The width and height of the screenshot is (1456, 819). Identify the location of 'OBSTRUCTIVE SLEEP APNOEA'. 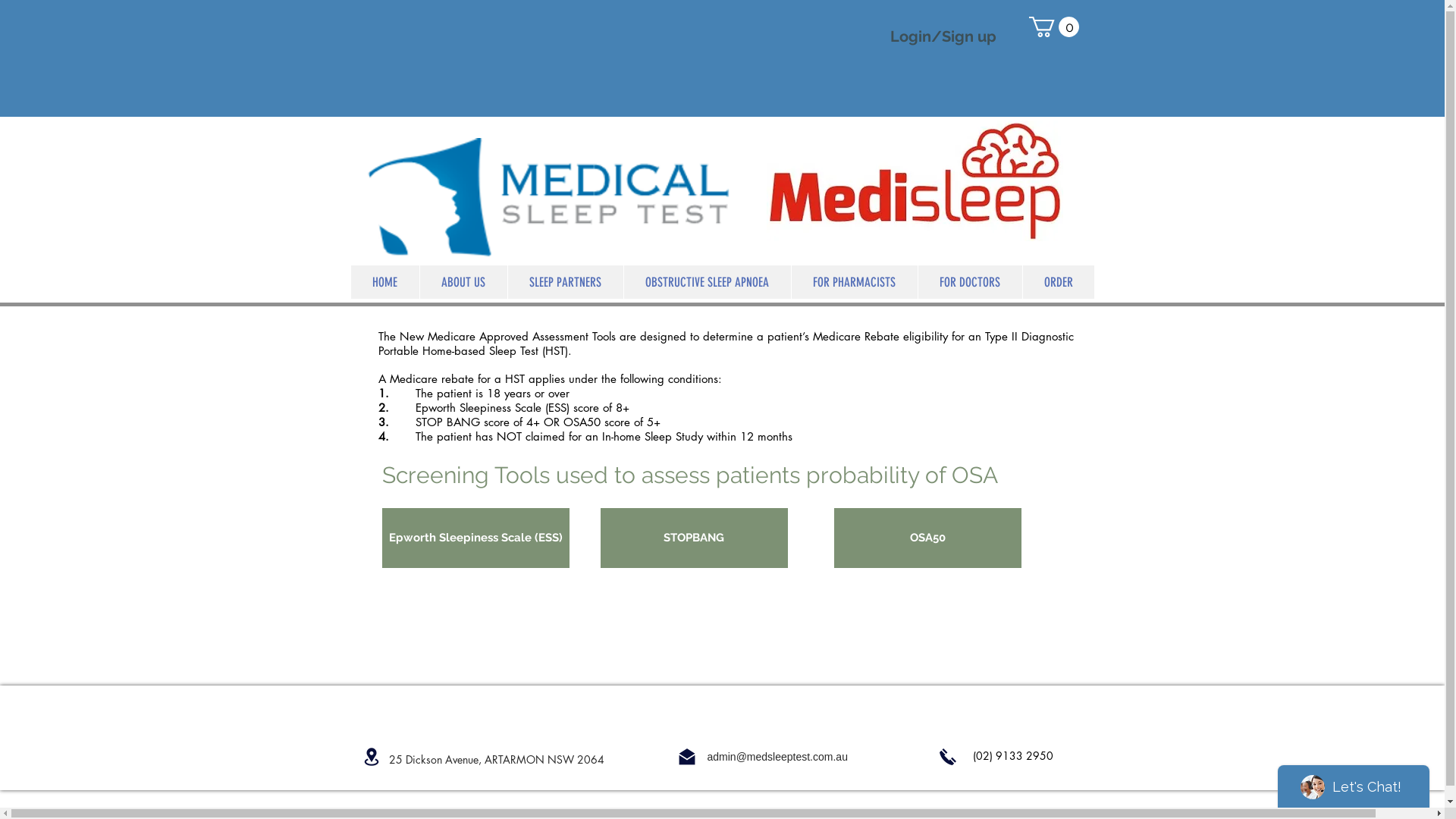
(706, 281).